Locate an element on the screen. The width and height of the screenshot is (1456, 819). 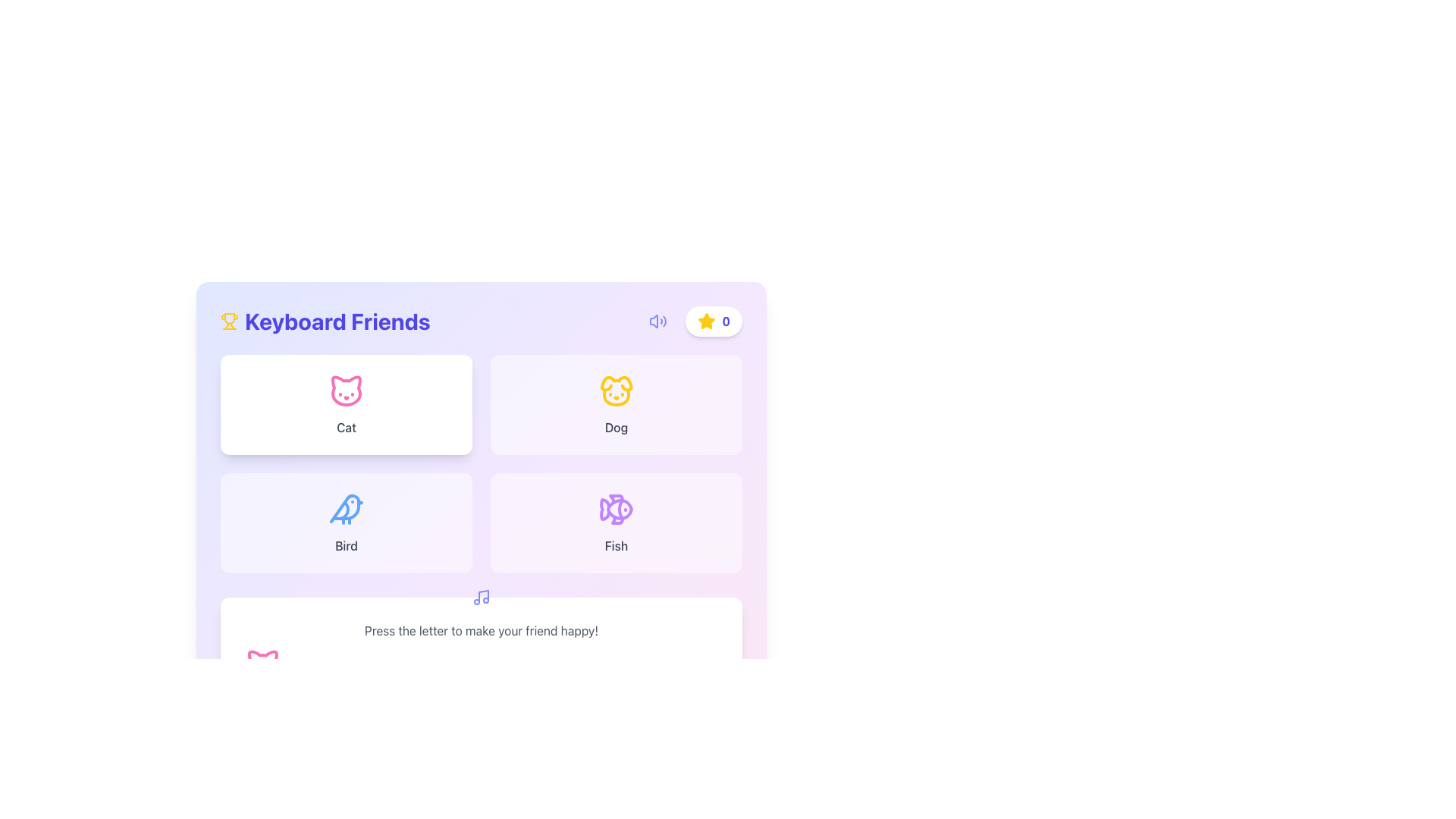
the decorative cat icon located at the top center of the card that contains the text 'cat' is located at coordinates (345, 391).